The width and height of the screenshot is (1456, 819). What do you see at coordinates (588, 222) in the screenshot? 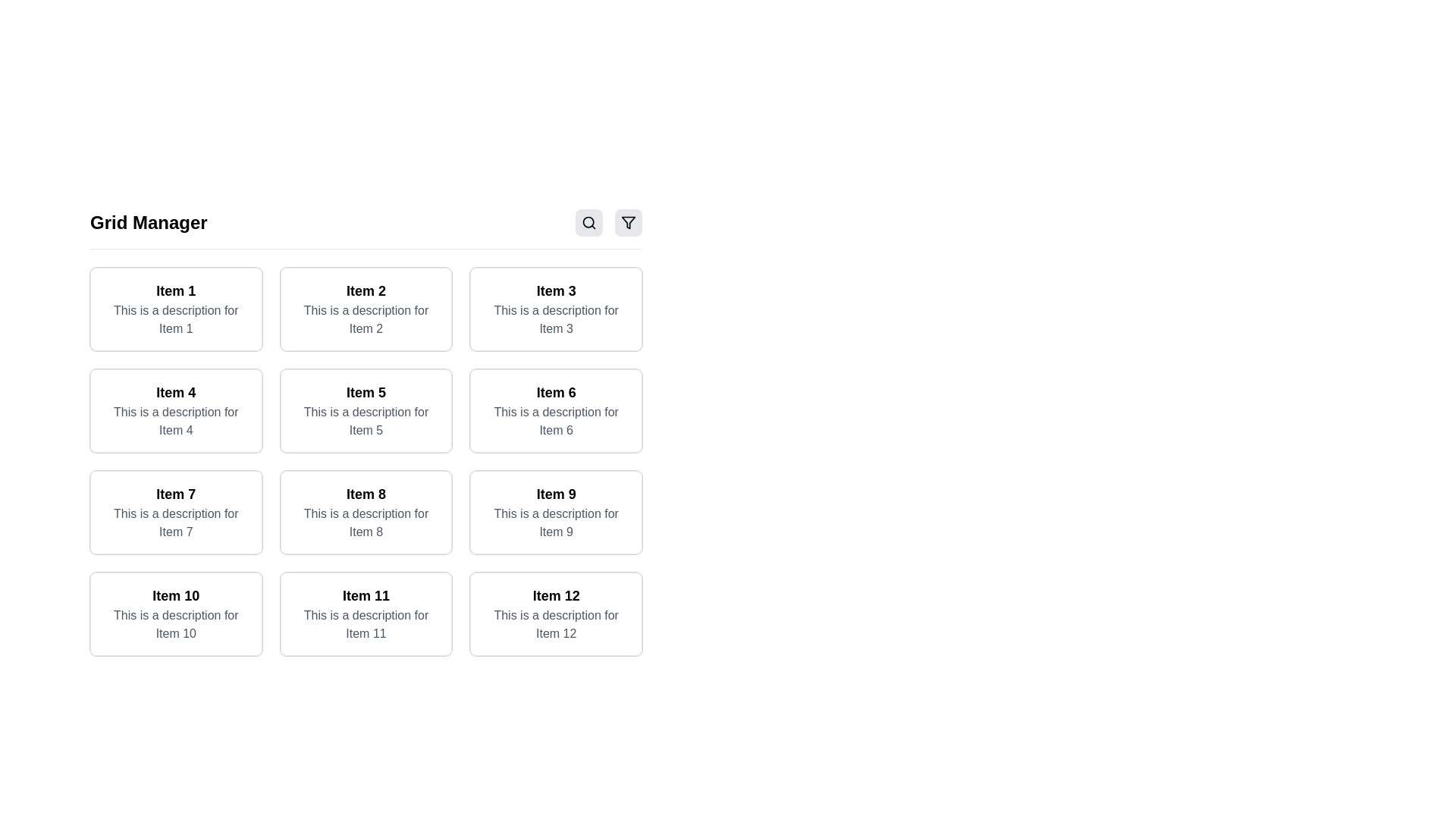
I see `the leftmost search icon in the top-right corner of the interface` at bounding box center [588, 222].